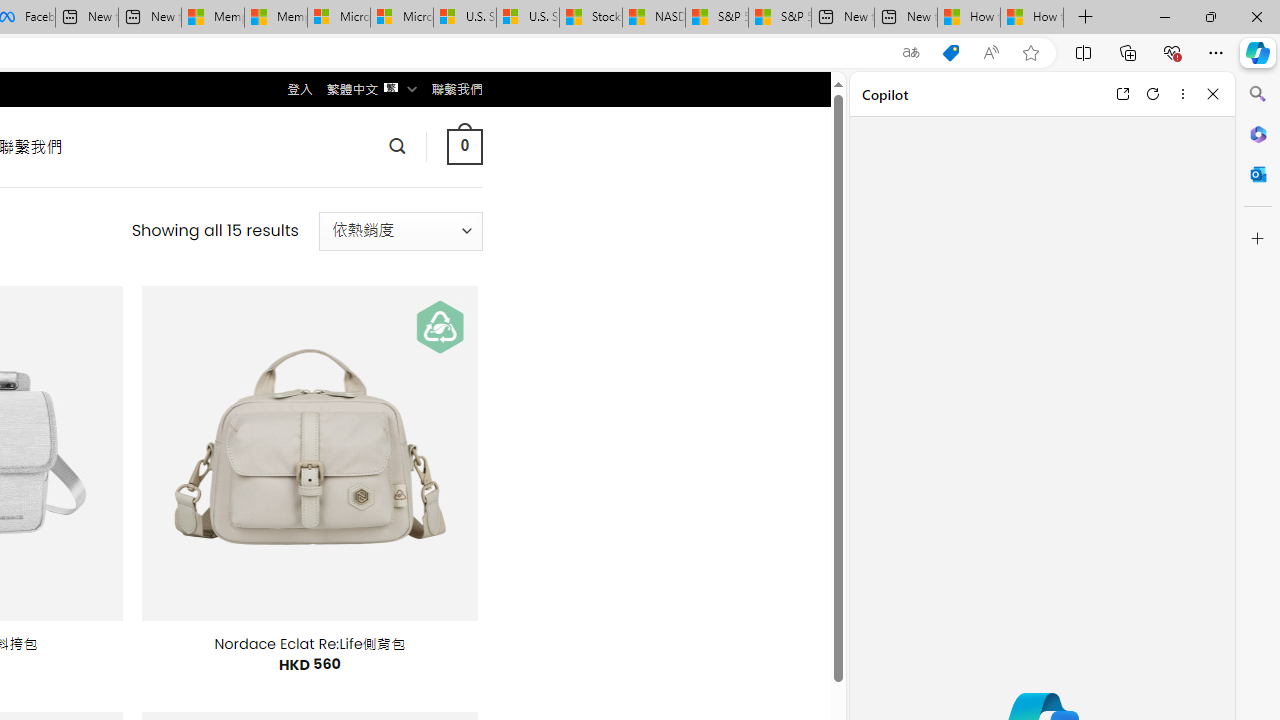 Image resolution: width=1280 pixels, height=720 pixels. I want to click on 'Microsoft 365', so click(1257, 133).